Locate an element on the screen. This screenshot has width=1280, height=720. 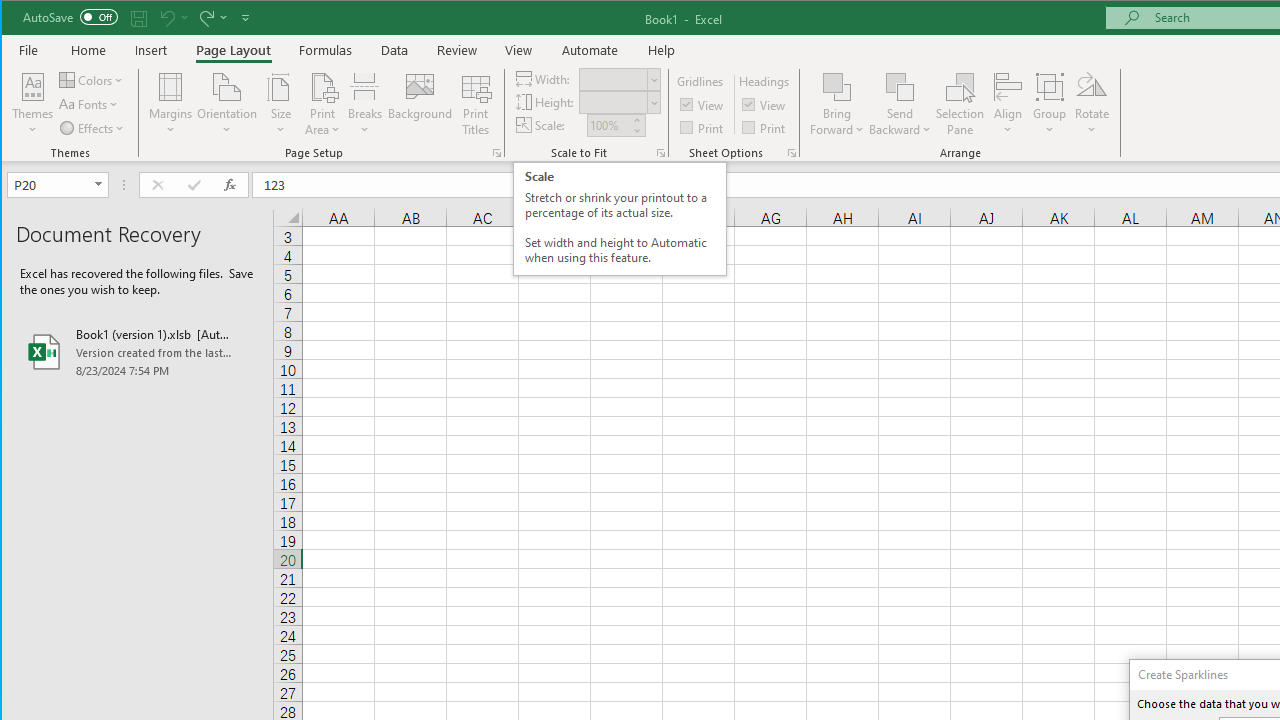
'Review' is located at coordinates (455, 49).